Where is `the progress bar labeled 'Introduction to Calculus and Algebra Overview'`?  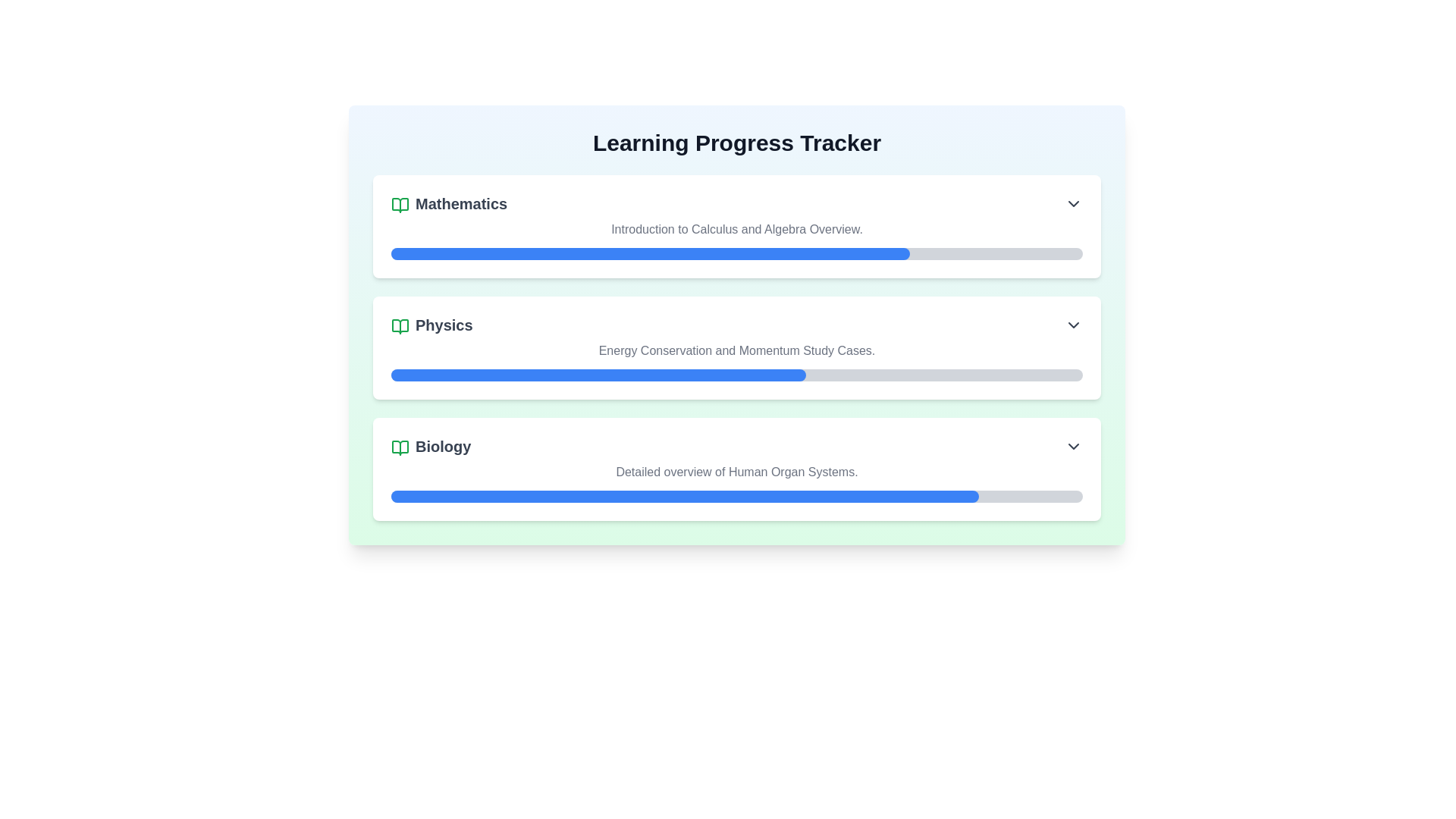
the progress bar labeled 'Introduction to Calculus and Algebra Overview' is located at coordinates (736, 239).